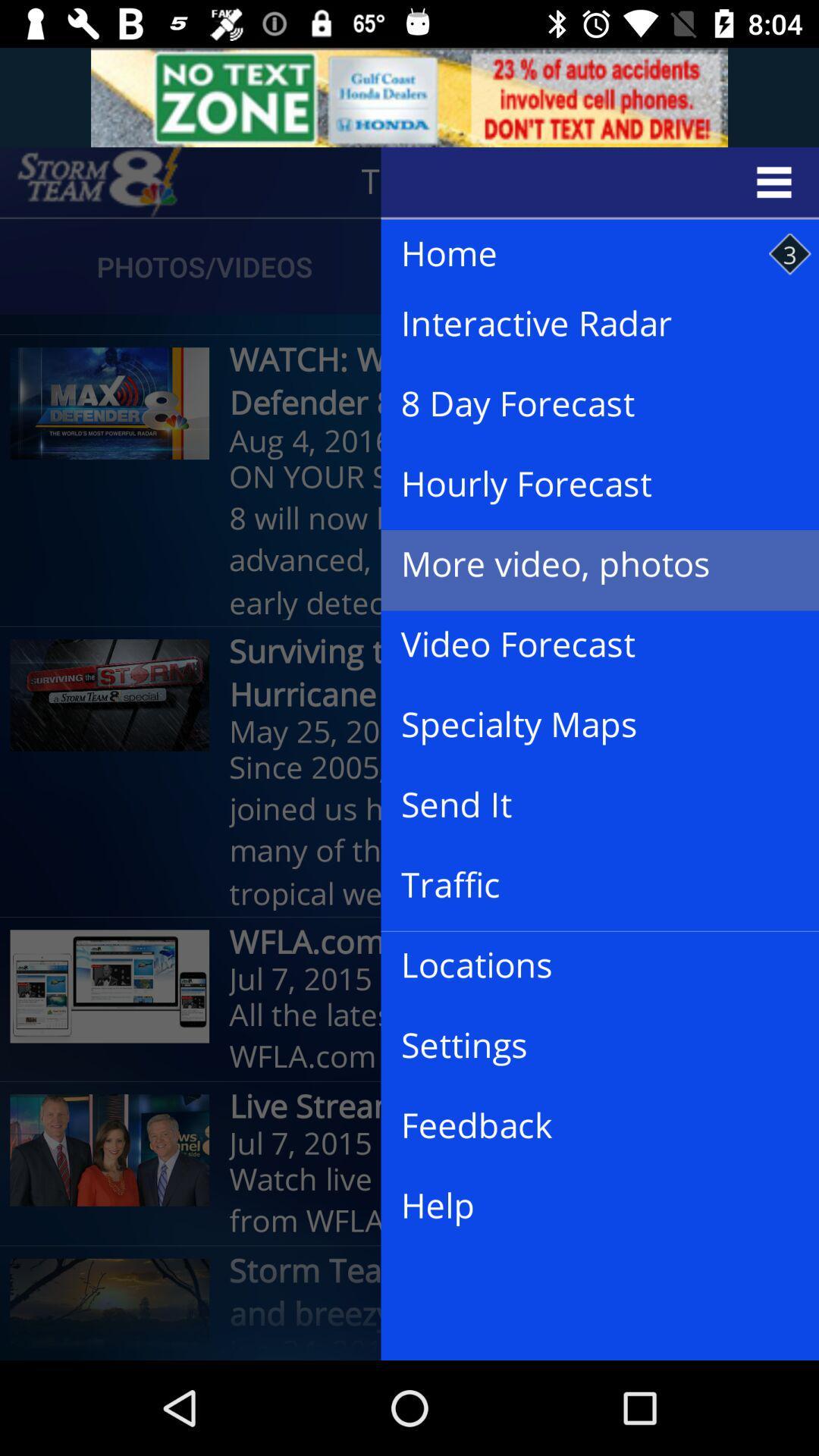 The width and height of the screenshot is (819, 1456). I want to click on advertisements, so click(409, 96).